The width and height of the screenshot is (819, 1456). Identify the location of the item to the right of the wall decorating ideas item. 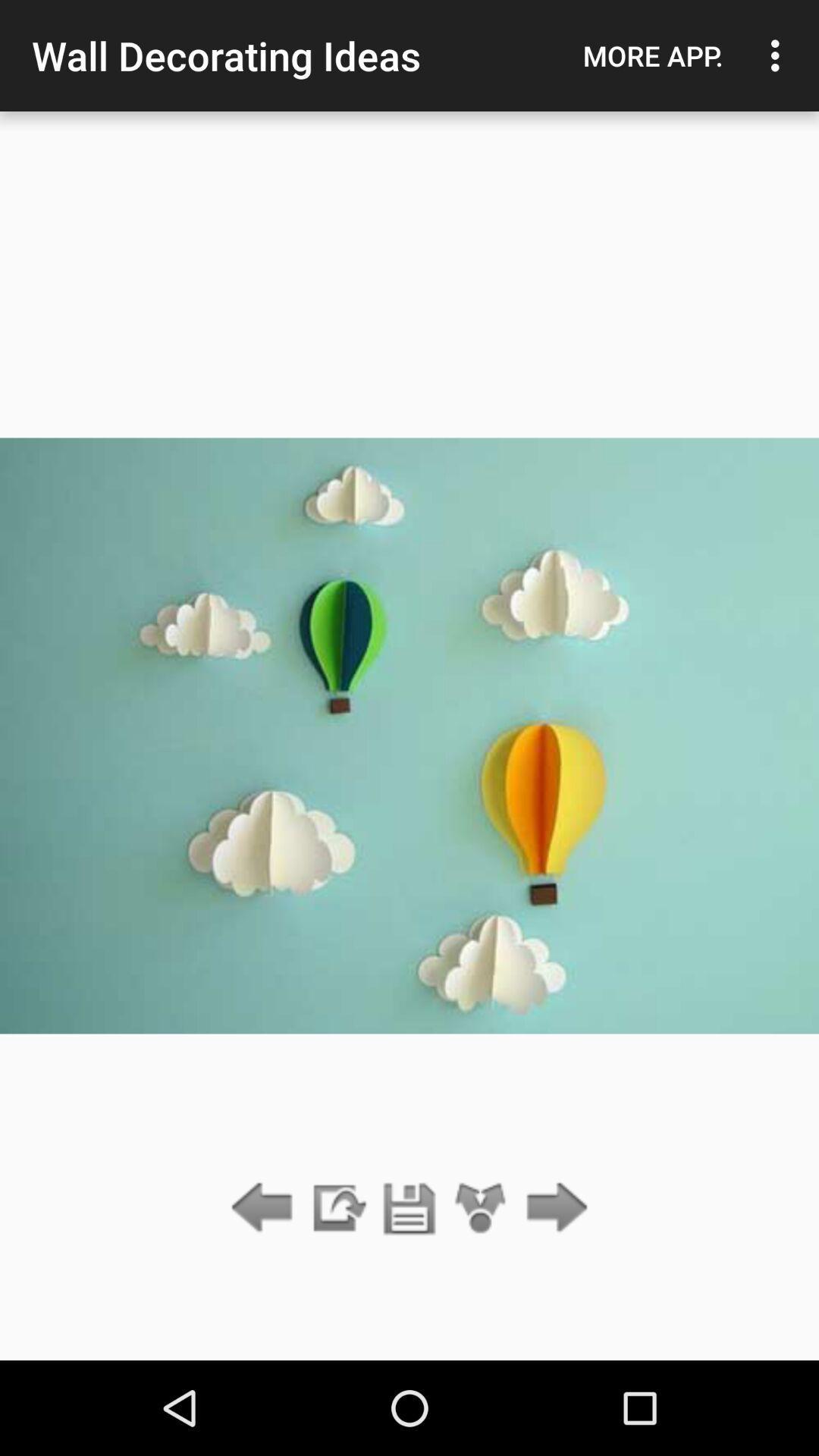
(652, 55).